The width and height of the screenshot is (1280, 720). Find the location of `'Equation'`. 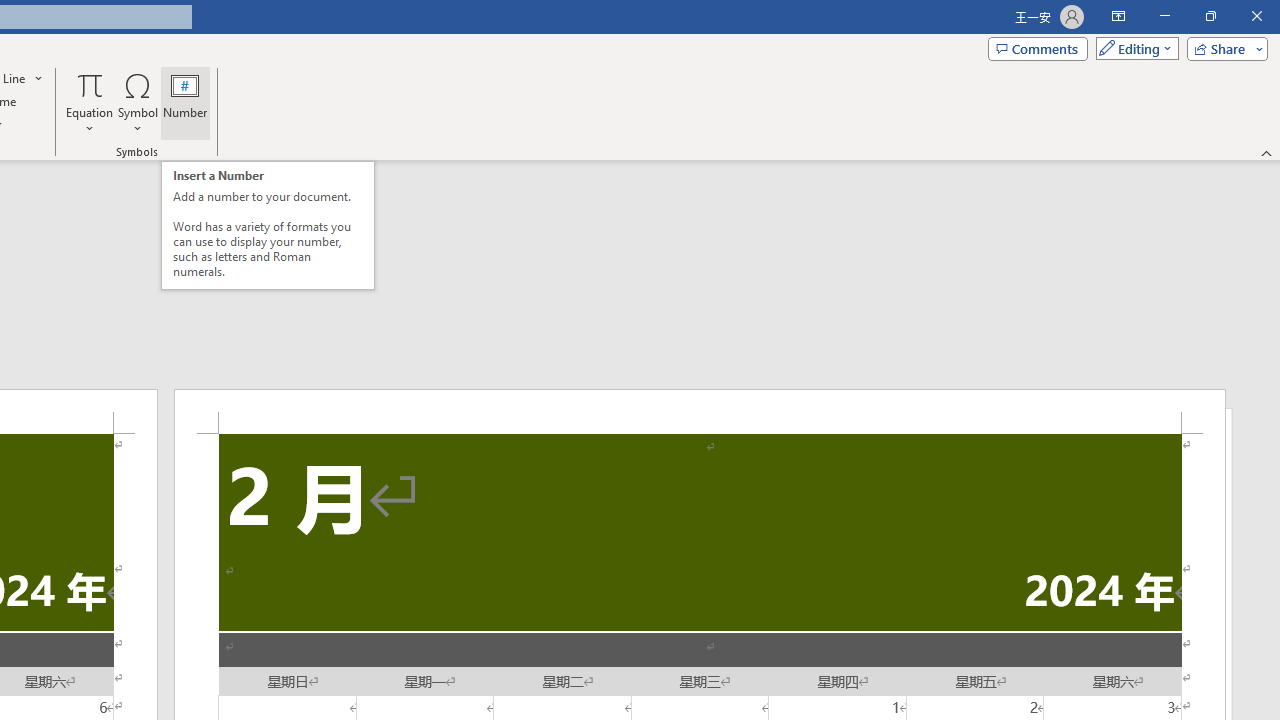

'Equation' is located at coordinates (89, 84).